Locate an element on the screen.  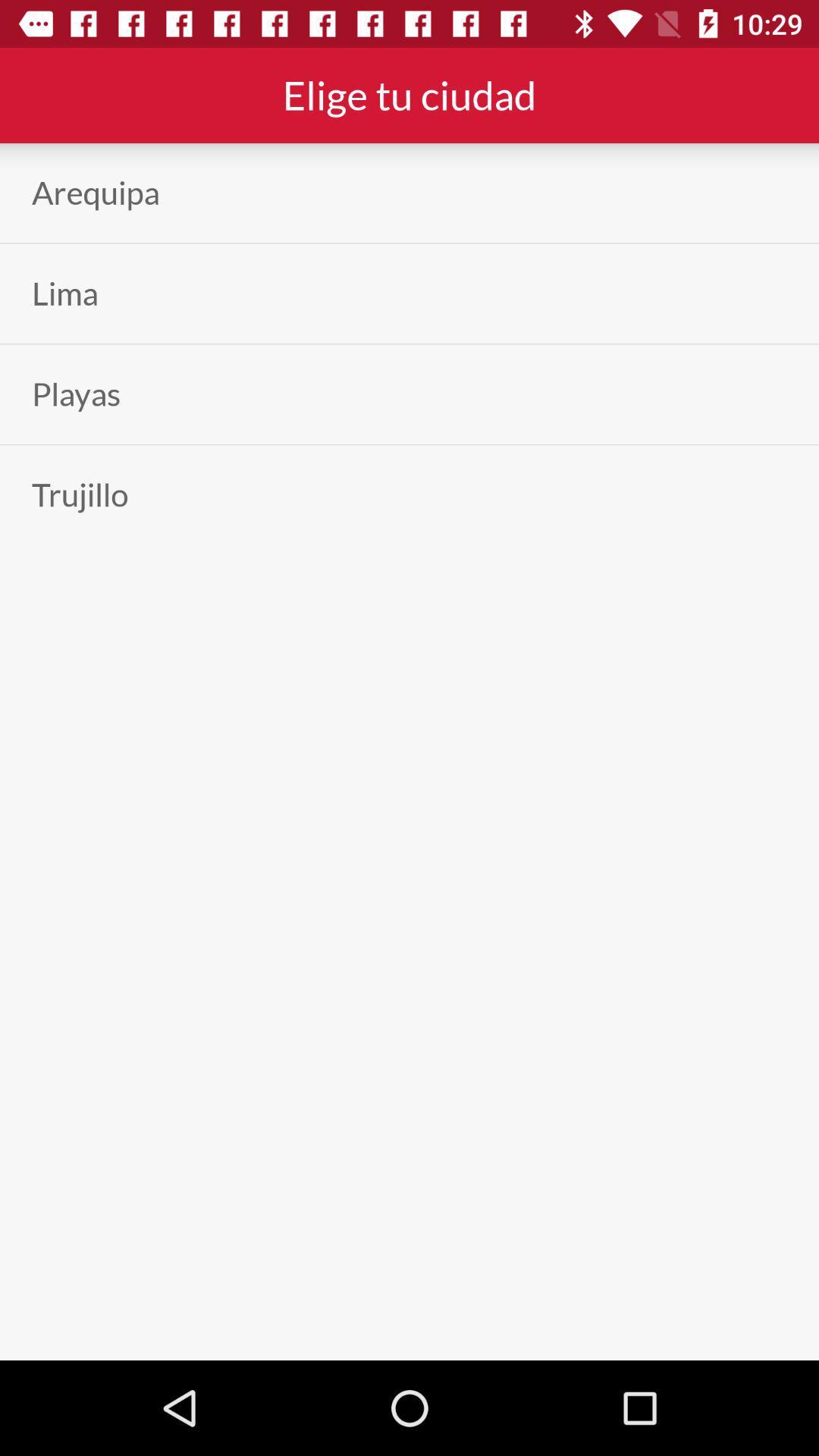
arequipa icon is located at coordinates (96, 192).